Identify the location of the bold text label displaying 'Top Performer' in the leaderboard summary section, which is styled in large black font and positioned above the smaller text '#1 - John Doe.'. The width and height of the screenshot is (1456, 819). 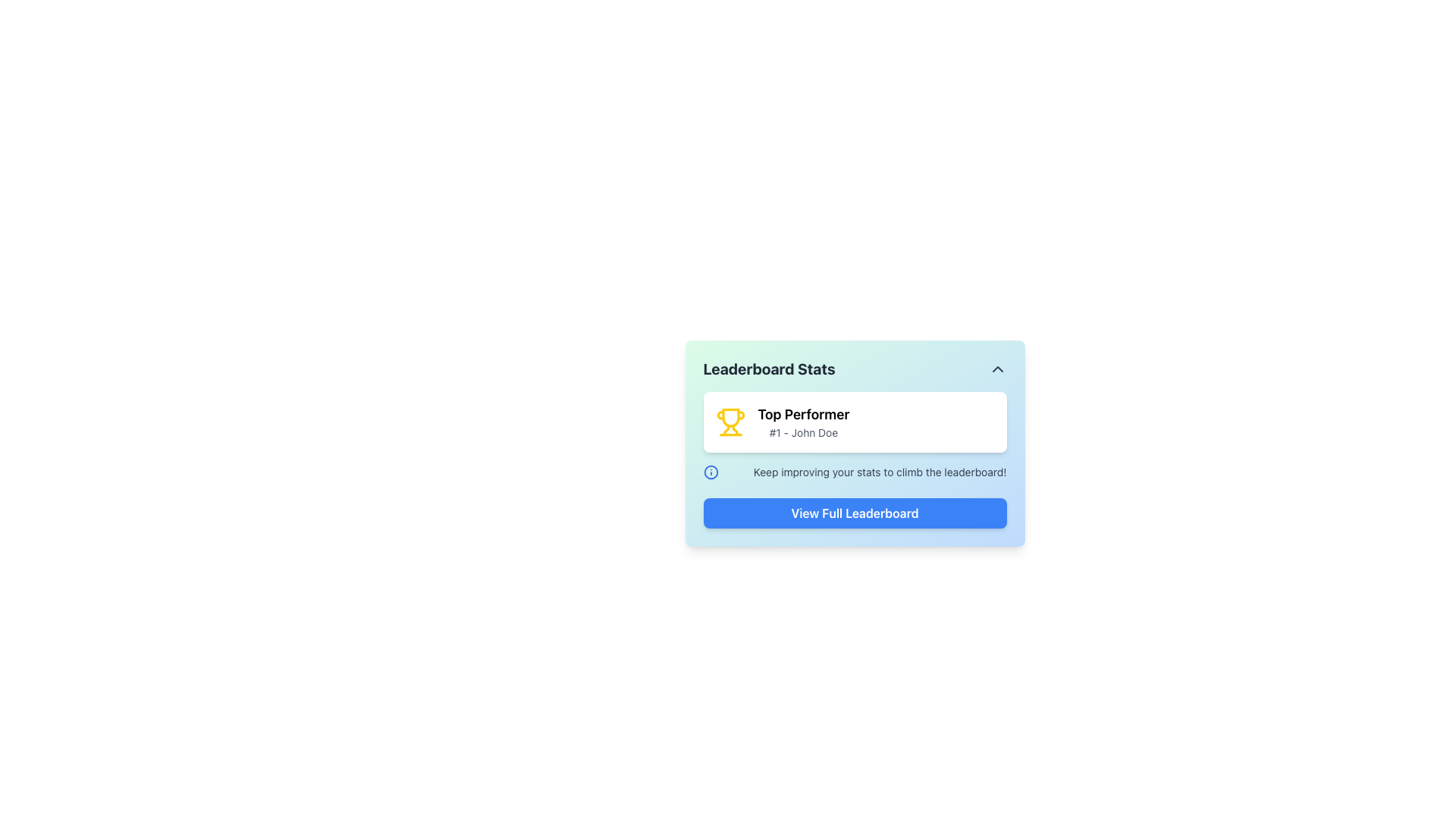
(803, 415).